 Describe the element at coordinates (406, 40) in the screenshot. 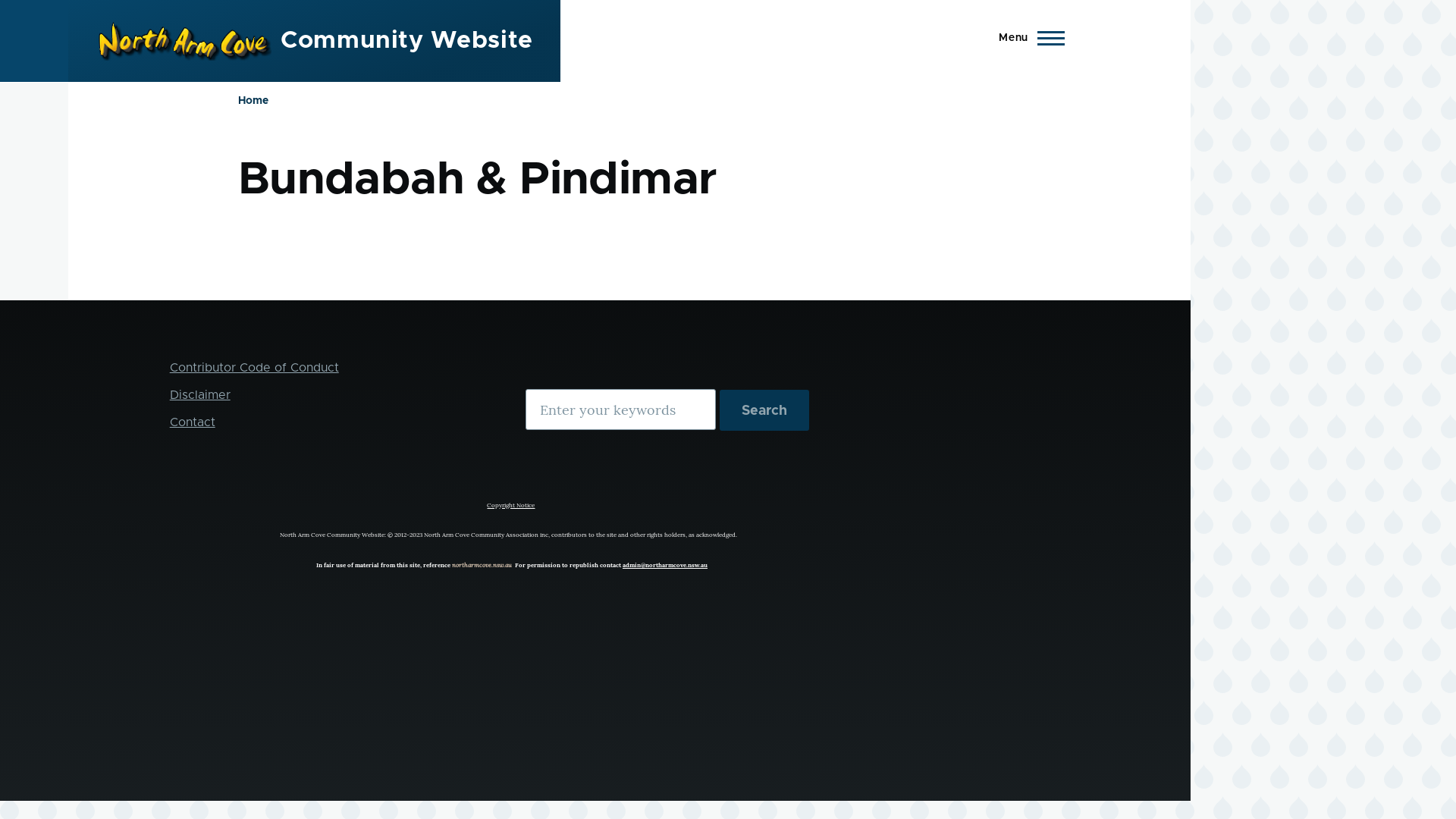

I see `'Community Website'` at that location.